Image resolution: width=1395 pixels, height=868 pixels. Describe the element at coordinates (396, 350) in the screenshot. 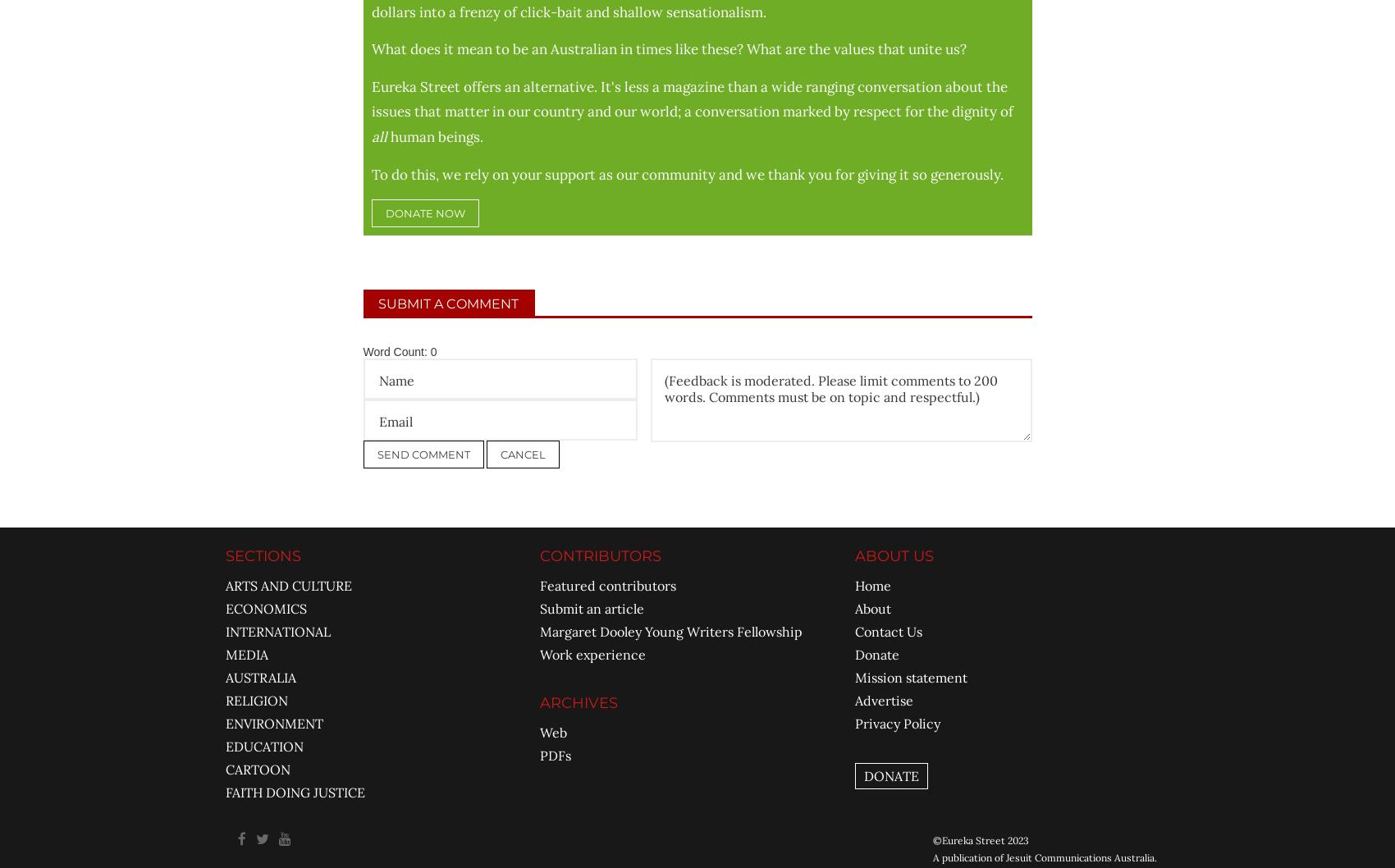

I see `'Word Count:'` at that location.